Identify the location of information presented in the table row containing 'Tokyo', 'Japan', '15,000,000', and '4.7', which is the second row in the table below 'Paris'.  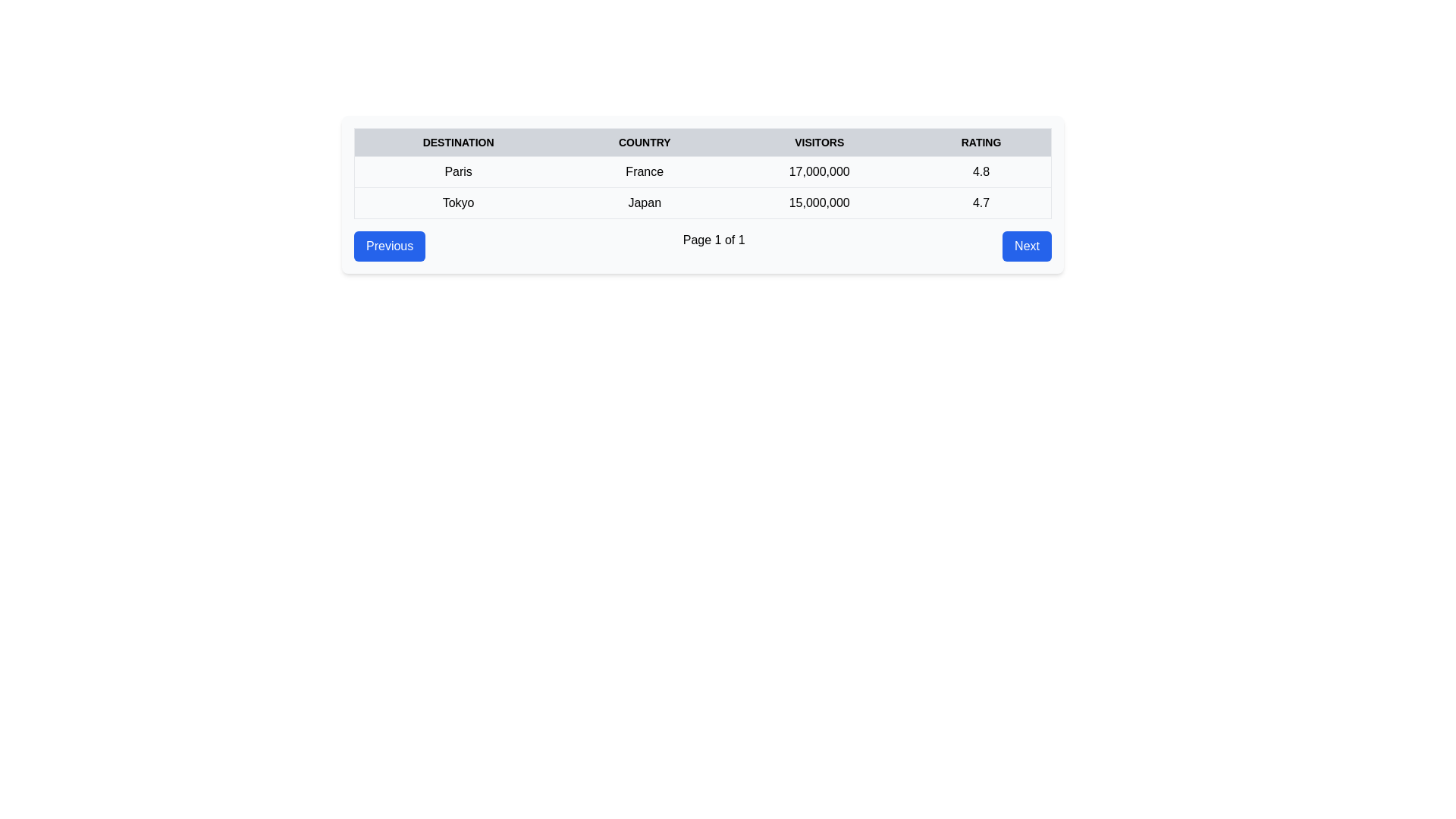
(701, 202).